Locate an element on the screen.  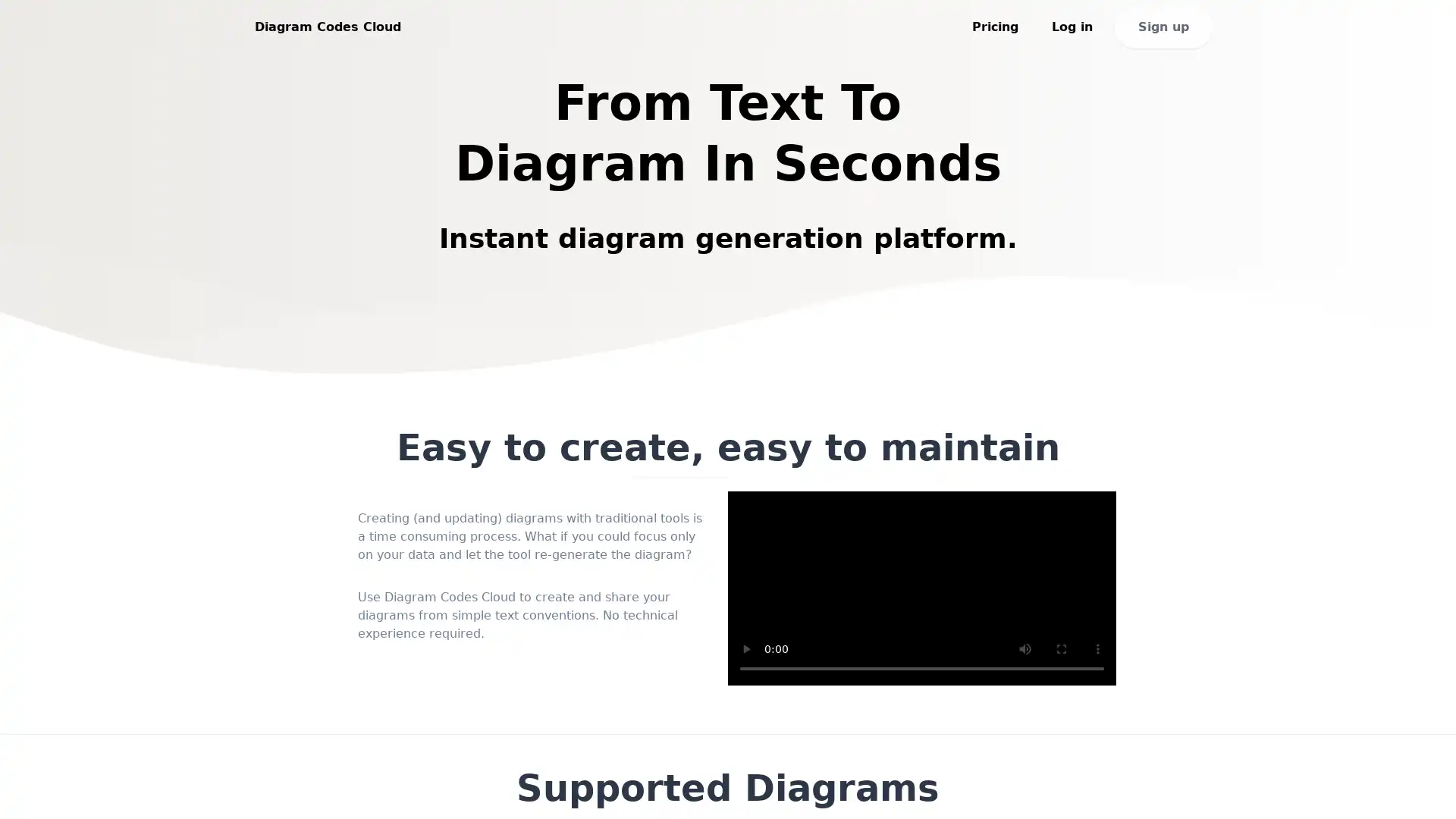
enter full screen is located at coordinates (1061, 648).